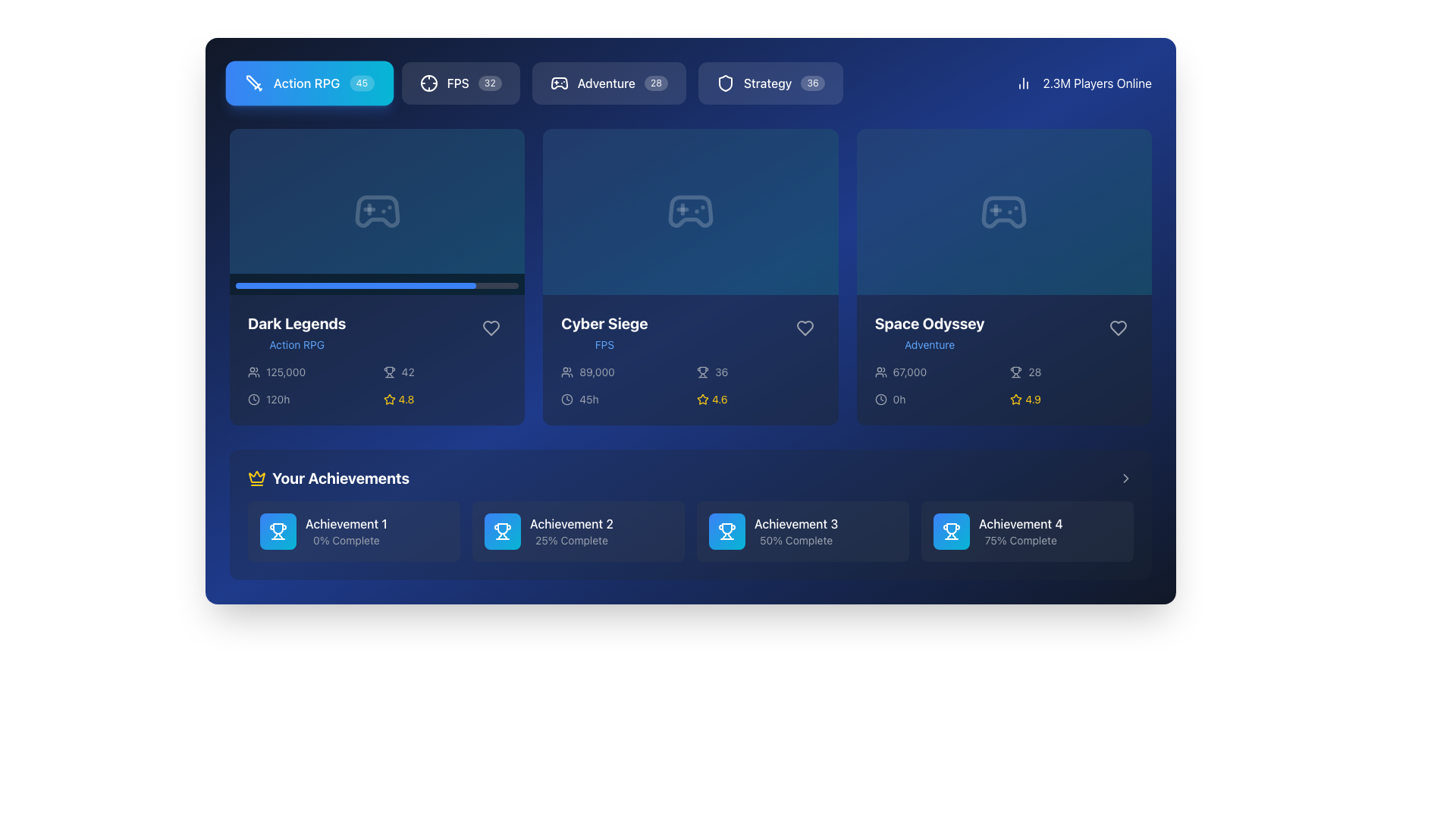  Describe the element at coordinates (566, 398) in the screenshot. I see `SVG code of the clock representation circle located within the top-right corner of the card-like component` at that location.